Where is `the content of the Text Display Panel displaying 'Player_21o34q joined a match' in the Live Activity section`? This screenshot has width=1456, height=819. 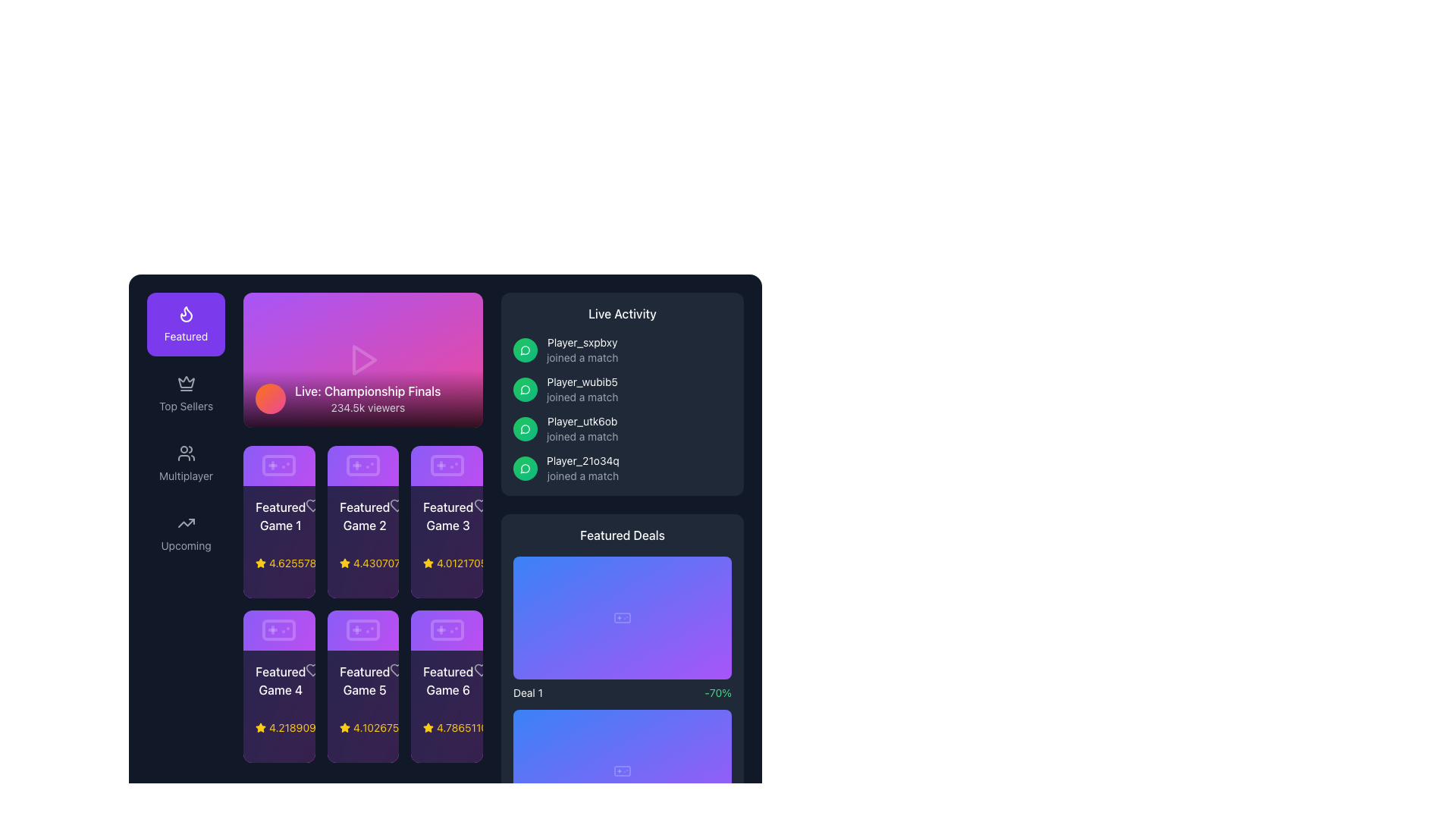 the content of the Text Display Panel displaying 'Player_21o34q joined a match' in the Live Activity section is located at coordinates (582, 467).